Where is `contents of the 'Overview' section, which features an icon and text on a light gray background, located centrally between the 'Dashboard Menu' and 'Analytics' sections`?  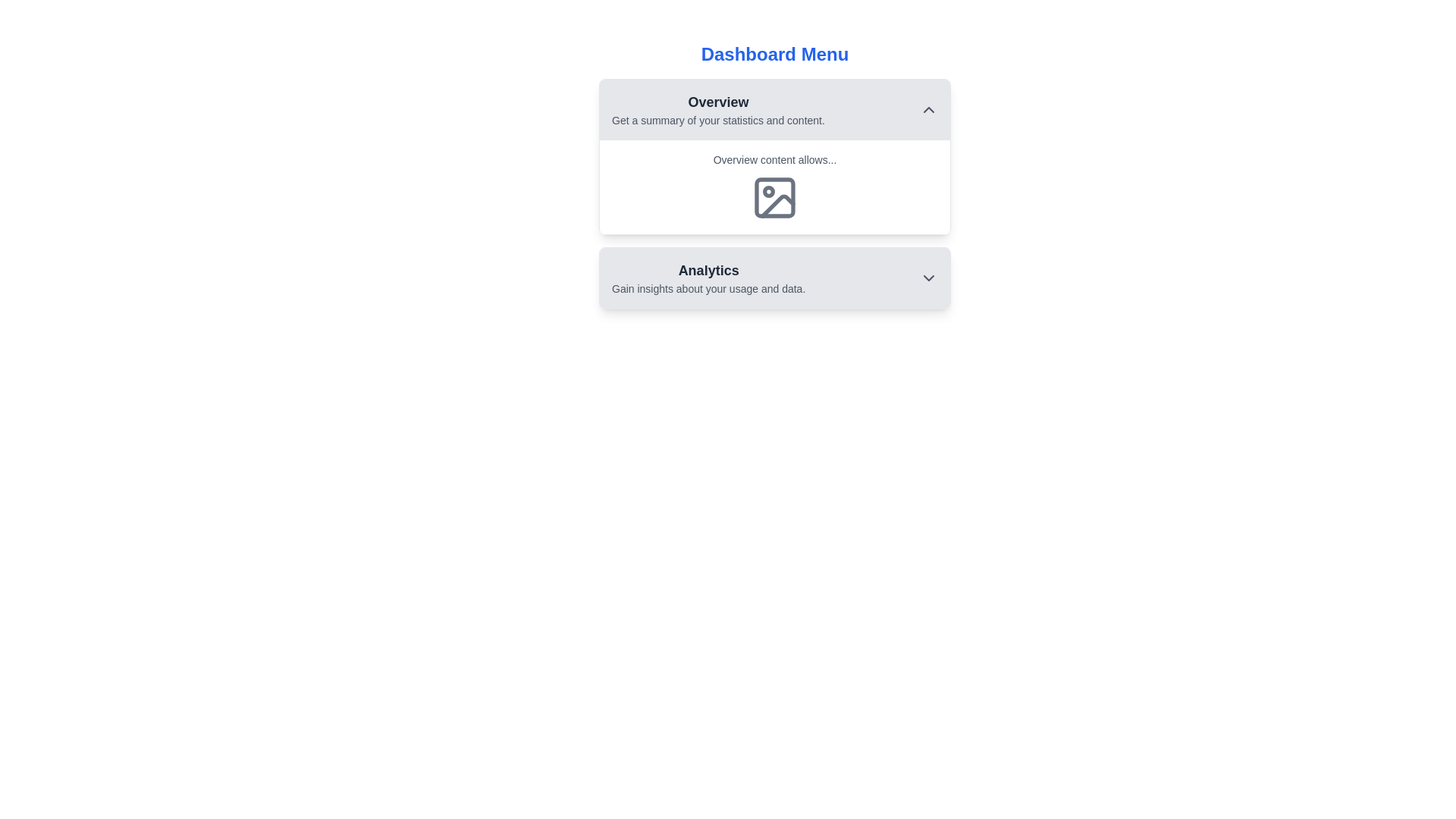 contents of the 'Overview' section, which features an icon and text on a light gray background, located centrally between the 'Dashboard Menu' and 'Analytics' sections is located at coordinates (775, 193).